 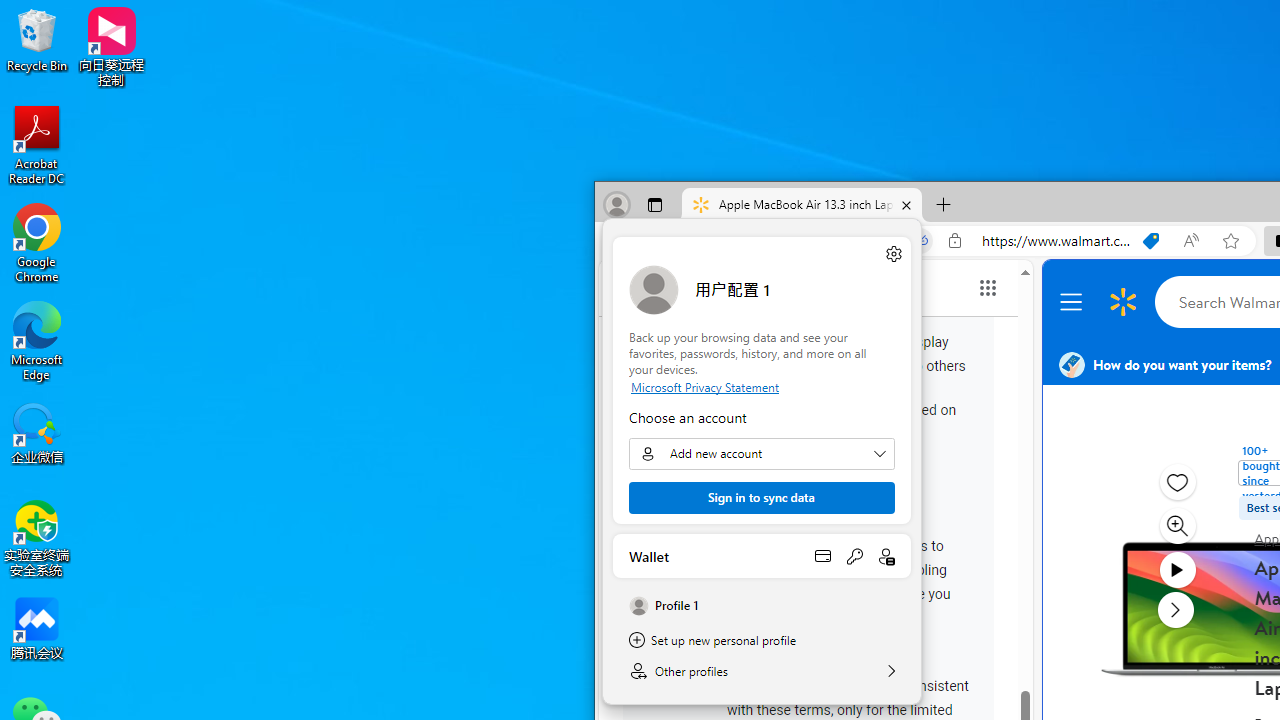 What do you see at coordinates (885, 555) in the screenshot?
I see `'Open personal info'` at bounding box center [885, 555].